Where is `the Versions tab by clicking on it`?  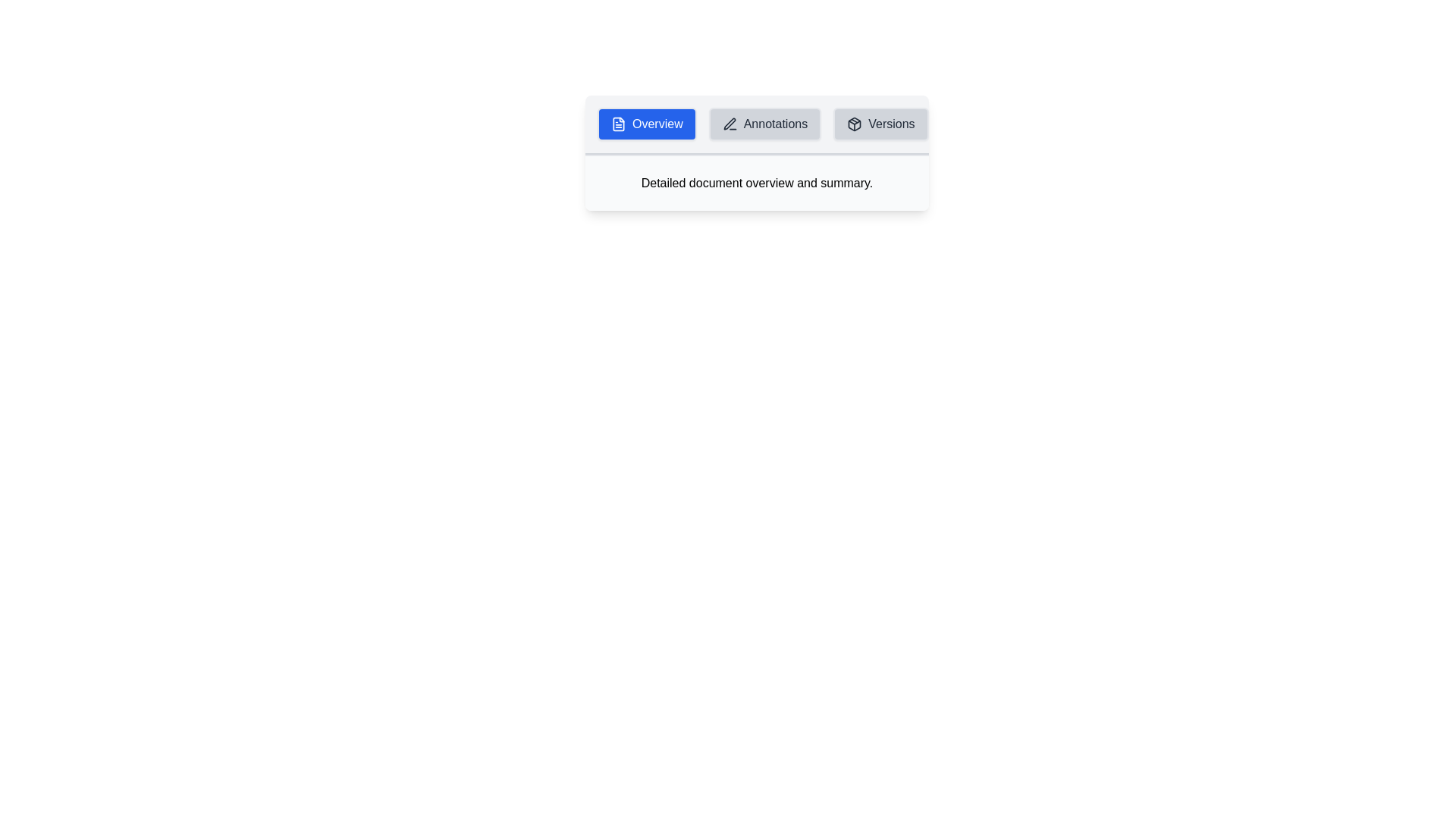 the Versions tab by clicking on it is located at coordinates (880, 124).